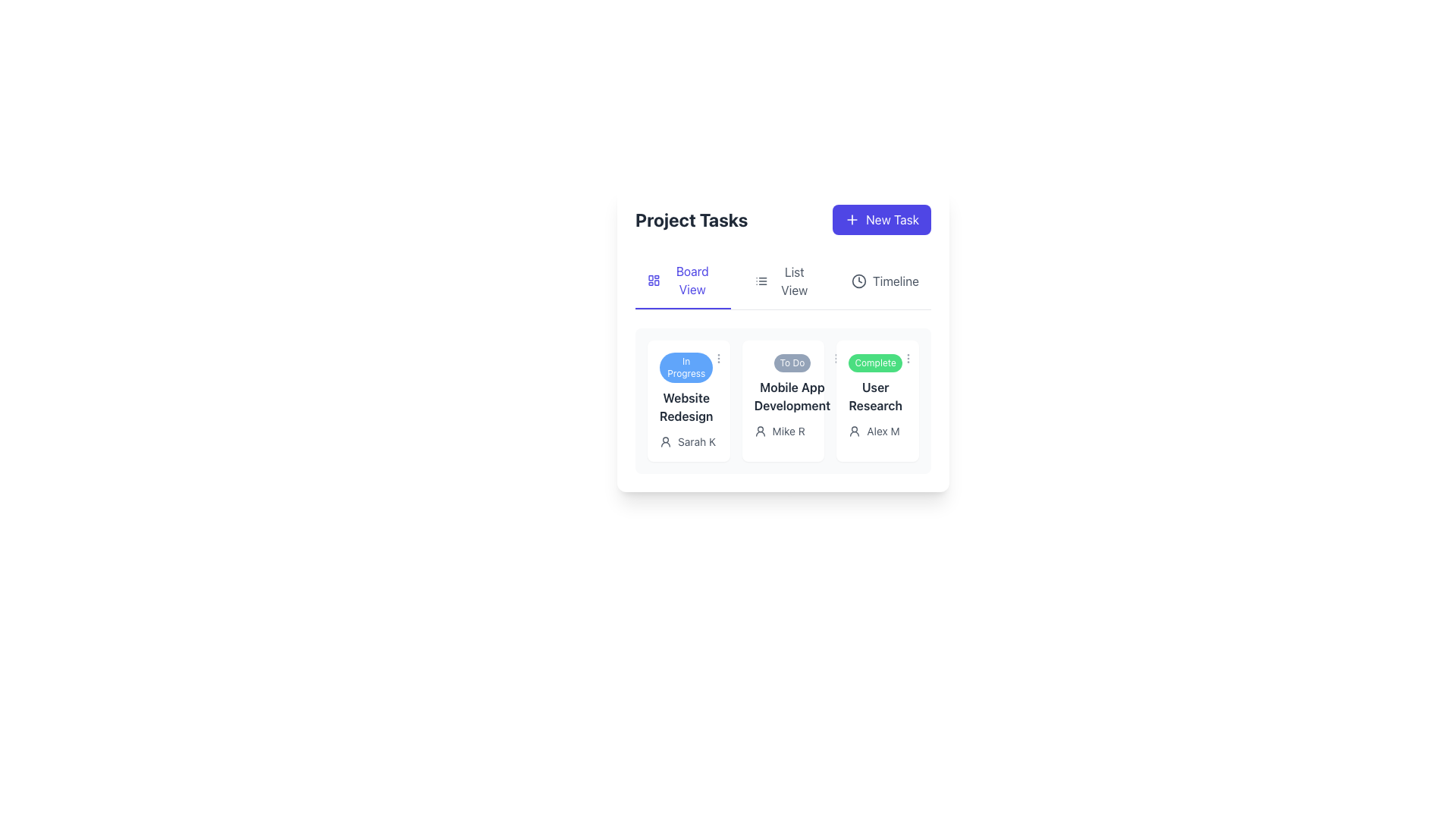  I want to click on the text label indicating functionality or context of the associated interface element, located to the right of the clock icon, so click(896, 281).